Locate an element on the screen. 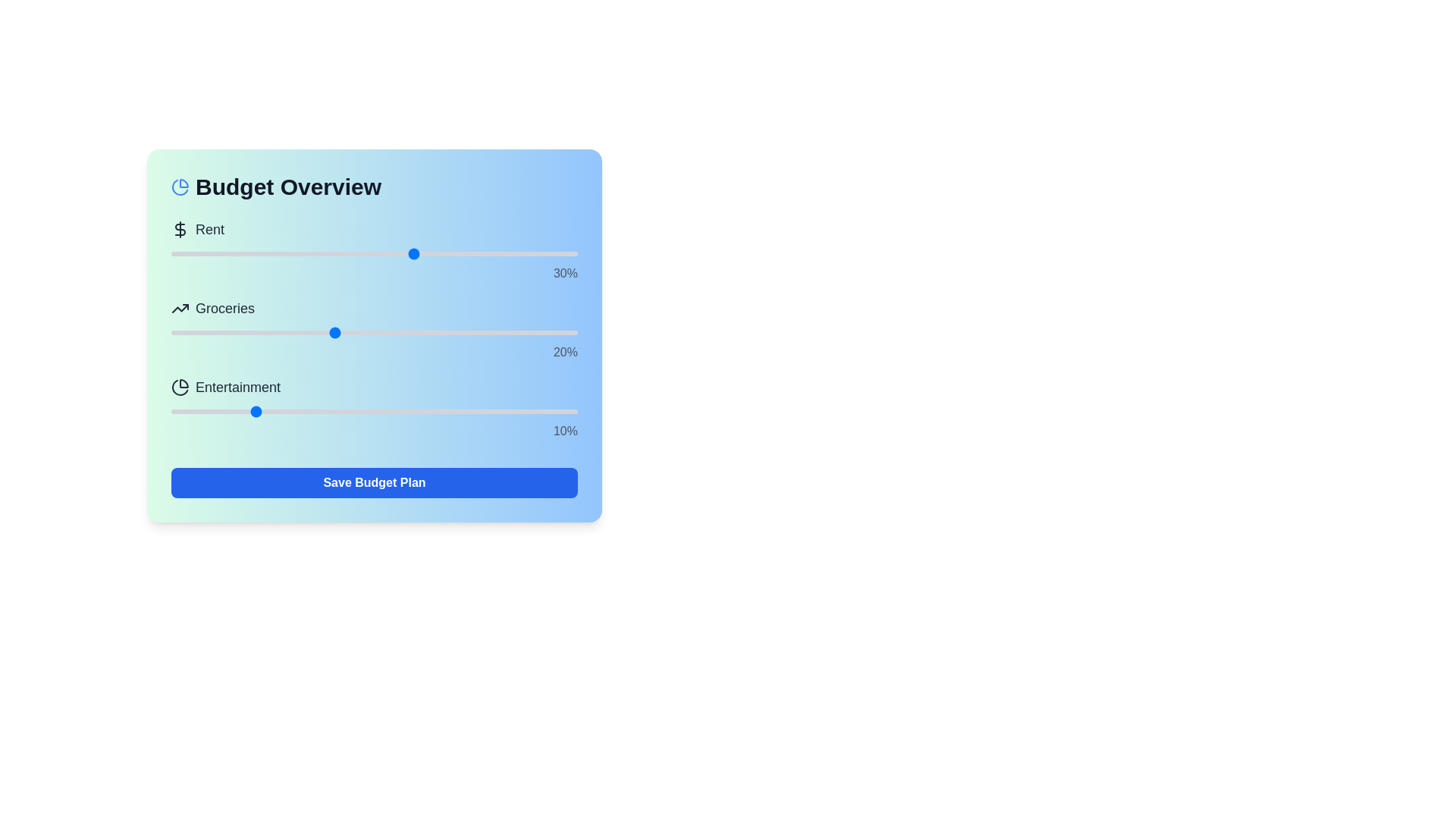 The width and height of the screenshot is (1456, 819). the Rent budget allocation is located at coordinates (471, 253).